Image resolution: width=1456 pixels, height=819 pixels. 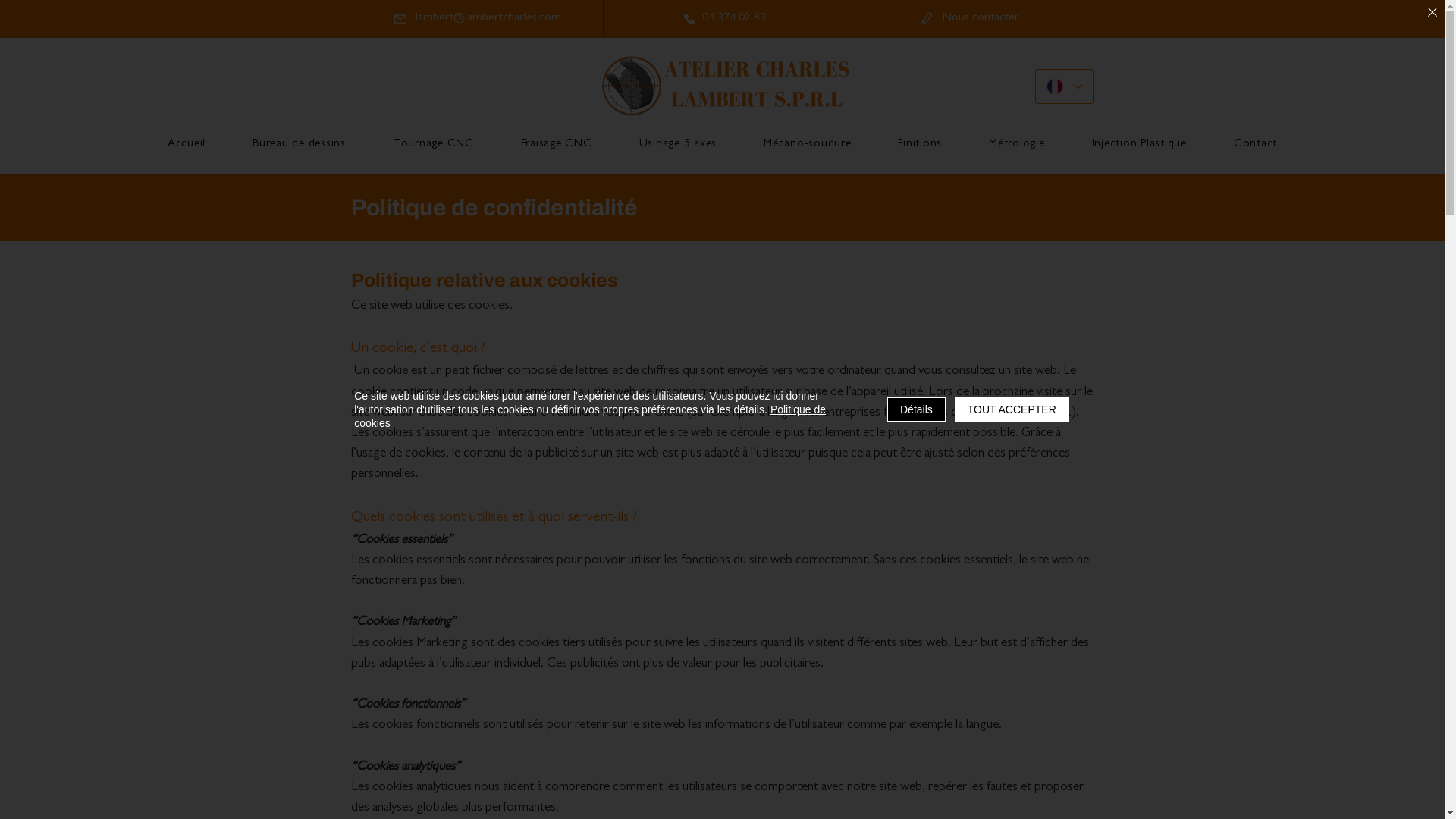 What do you see at coordinates (299, 145) in the screenshot?
I see `'Bureau de dessins'` at bounding box center [299, 145].